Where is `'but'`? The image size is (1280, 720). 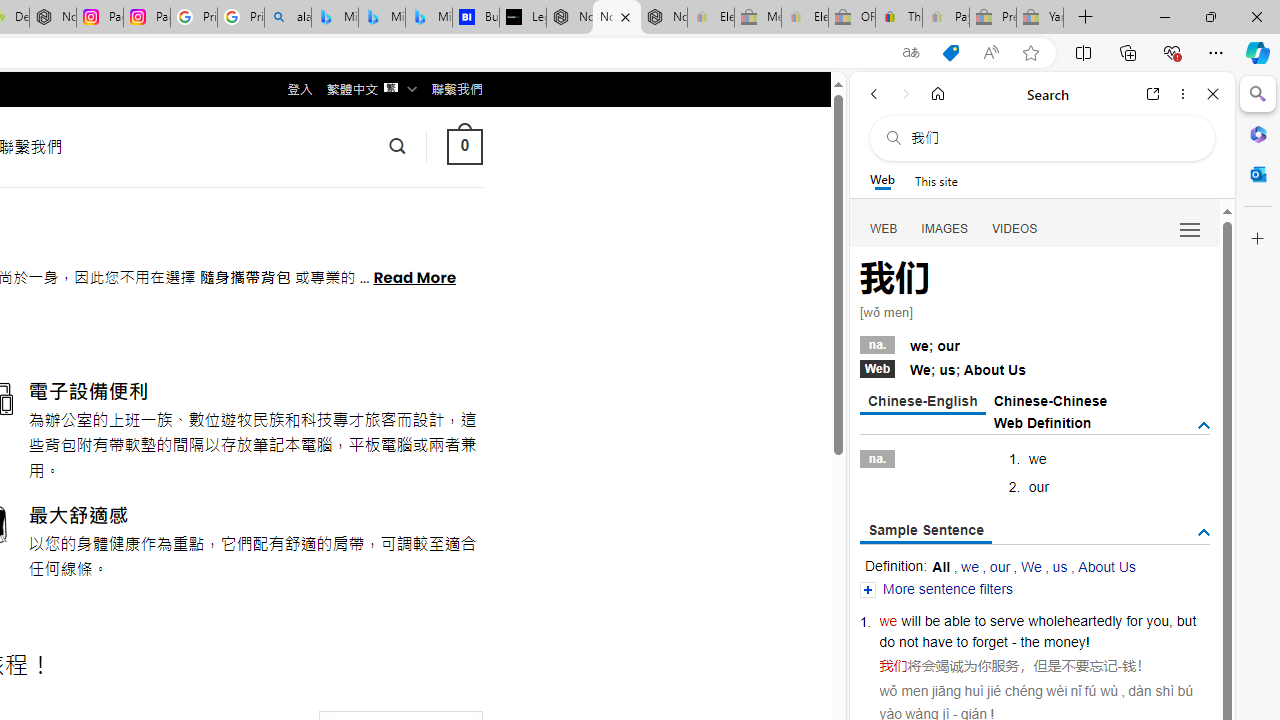 'but' is located at coordinates (1186, 620).